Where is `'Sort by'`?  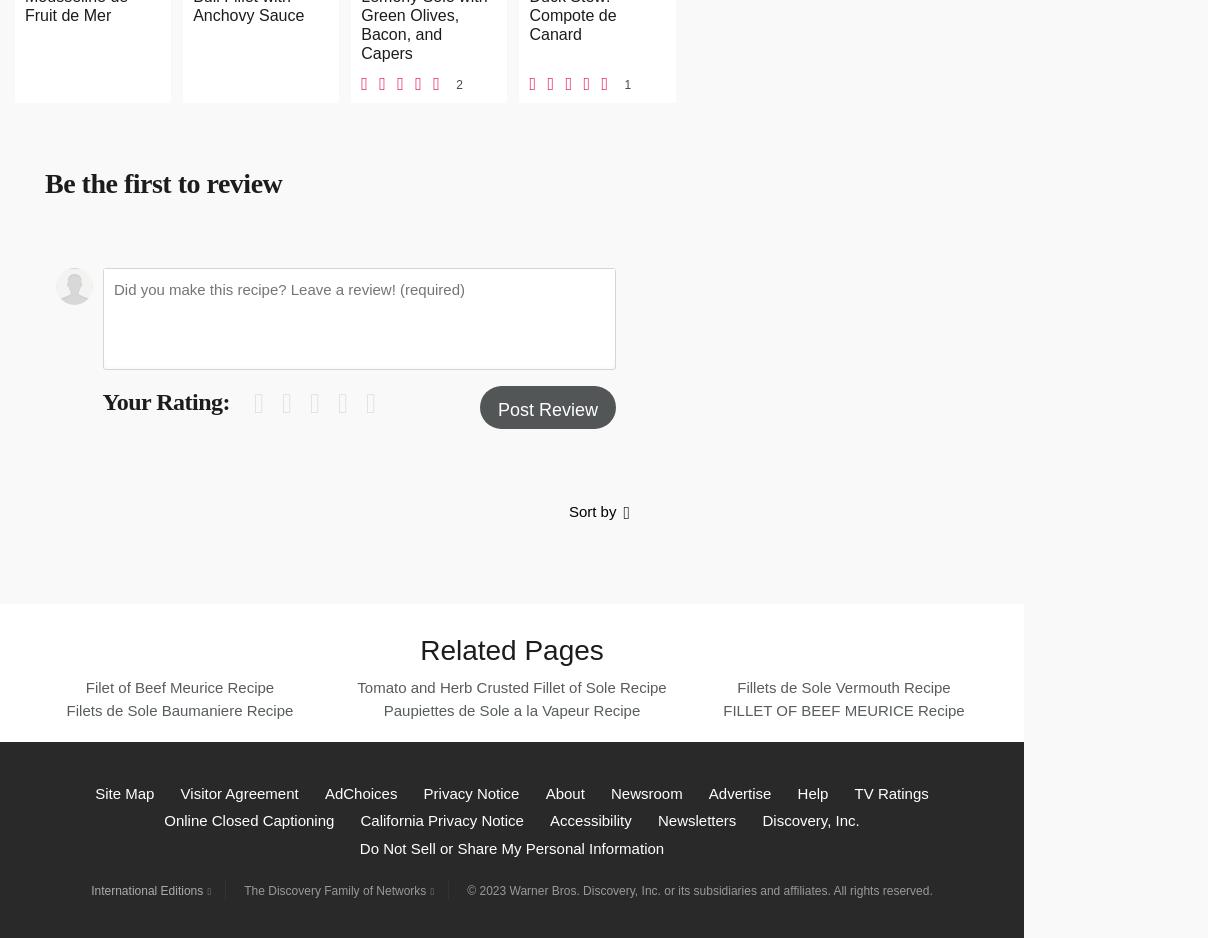
'Sort by' is located at coordinates (592, 509).